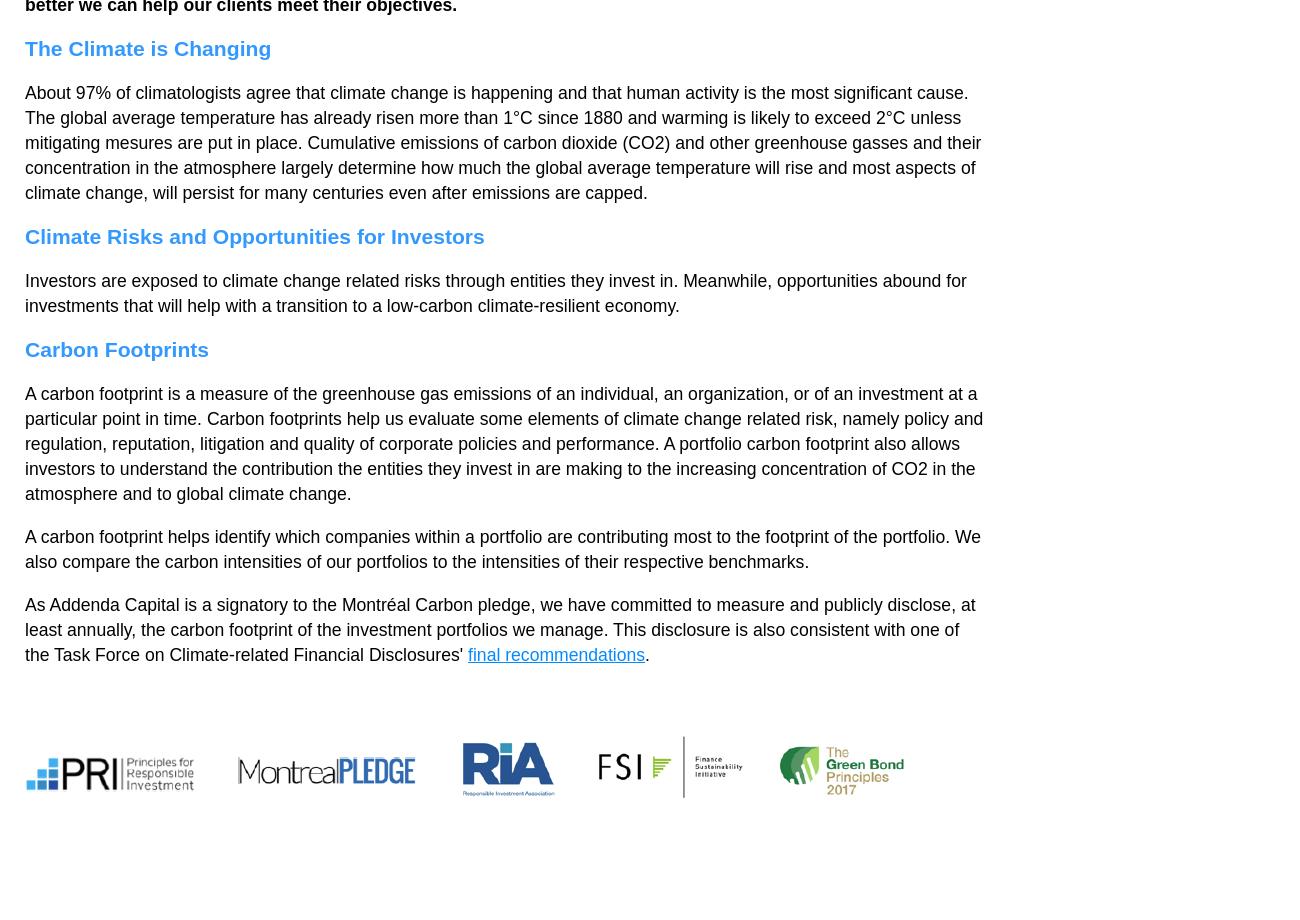 This screenshot has width=1300, height=920. What do you see at coordinates (23, 141) in the screenshot?
I see `'About 97% of climatologists agree that climate change is happening and that human activity is the most significant cause. The global average temperature has already risen more than 1°C since 1880 and warming is likely to exceed 2°C unless mitigating mesures are put in place. Cumulative emissions of carbon dioxide (CO2) and other greenhouse gasses and their concentration in the atmosphere largely determine how much the global average temperature will rise and most aspects of climate change, will persist for many centuries even after emissions are capped.'` at bounding box center [23, 141].